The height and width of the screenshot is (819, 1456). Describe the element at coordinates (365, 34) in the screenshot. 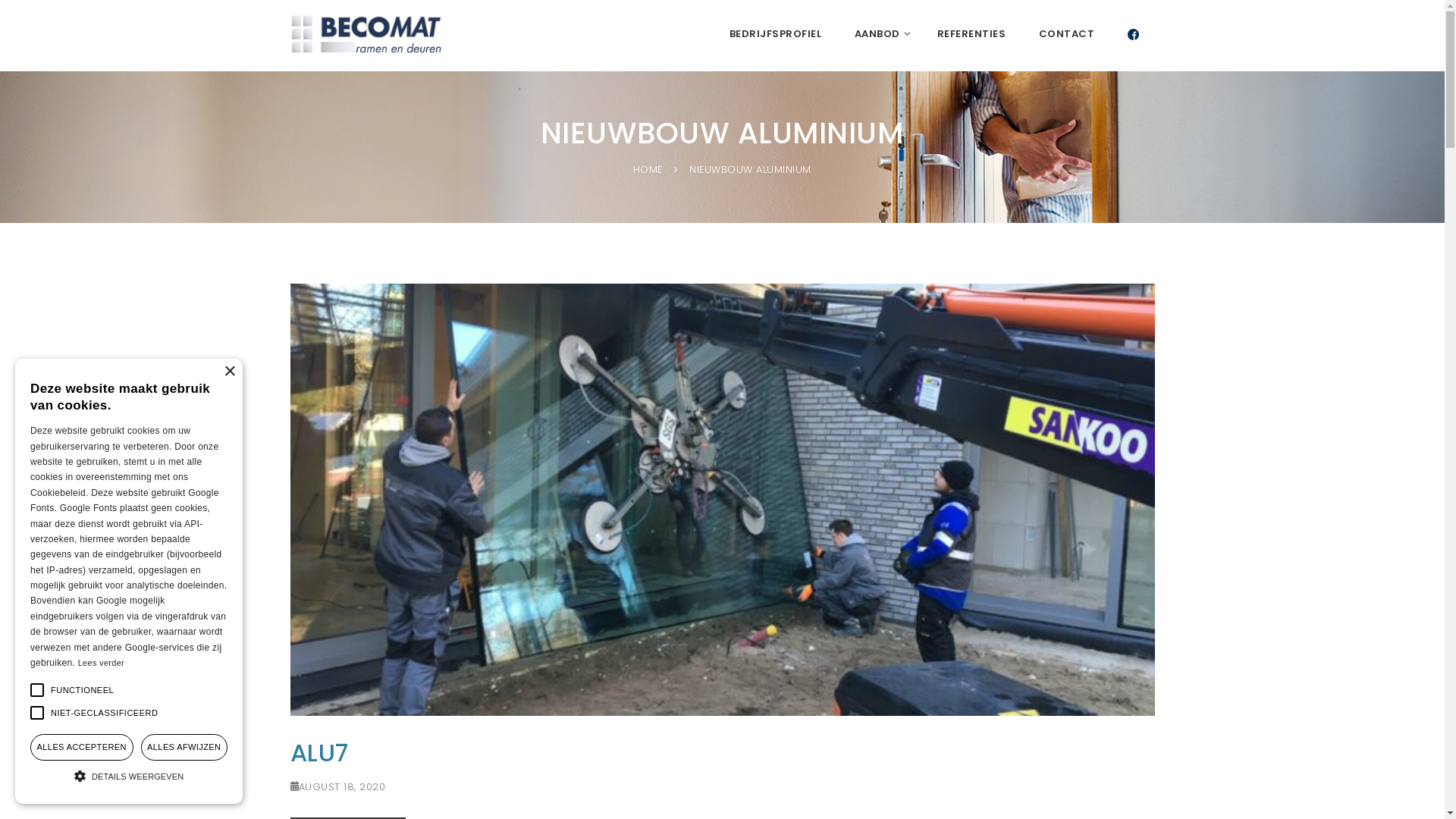

I see `'Becomat'` at that location.